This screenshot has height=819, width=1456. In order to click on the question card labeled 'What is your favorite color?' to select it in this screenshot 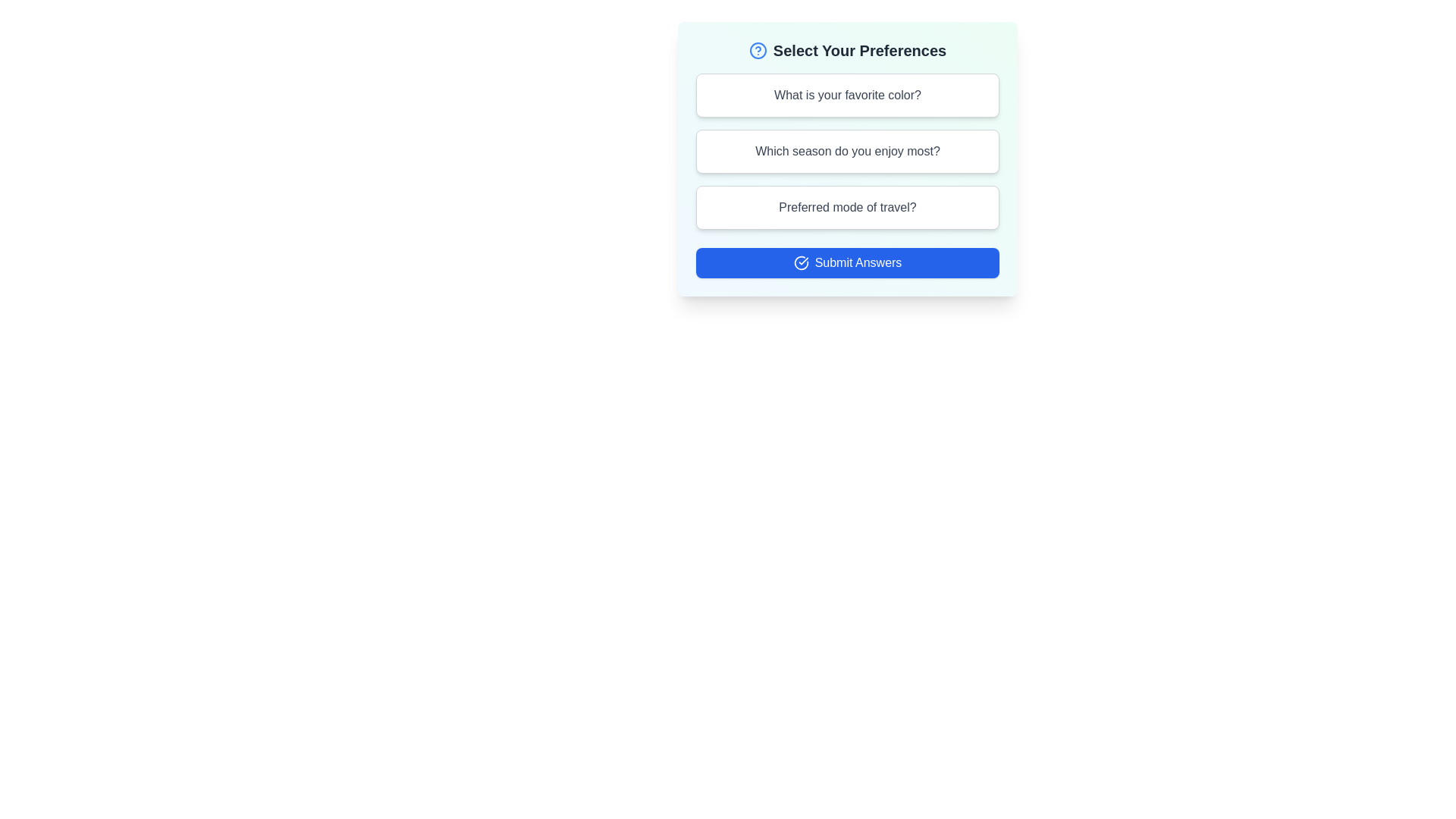, I will do `click(847, 96)`.